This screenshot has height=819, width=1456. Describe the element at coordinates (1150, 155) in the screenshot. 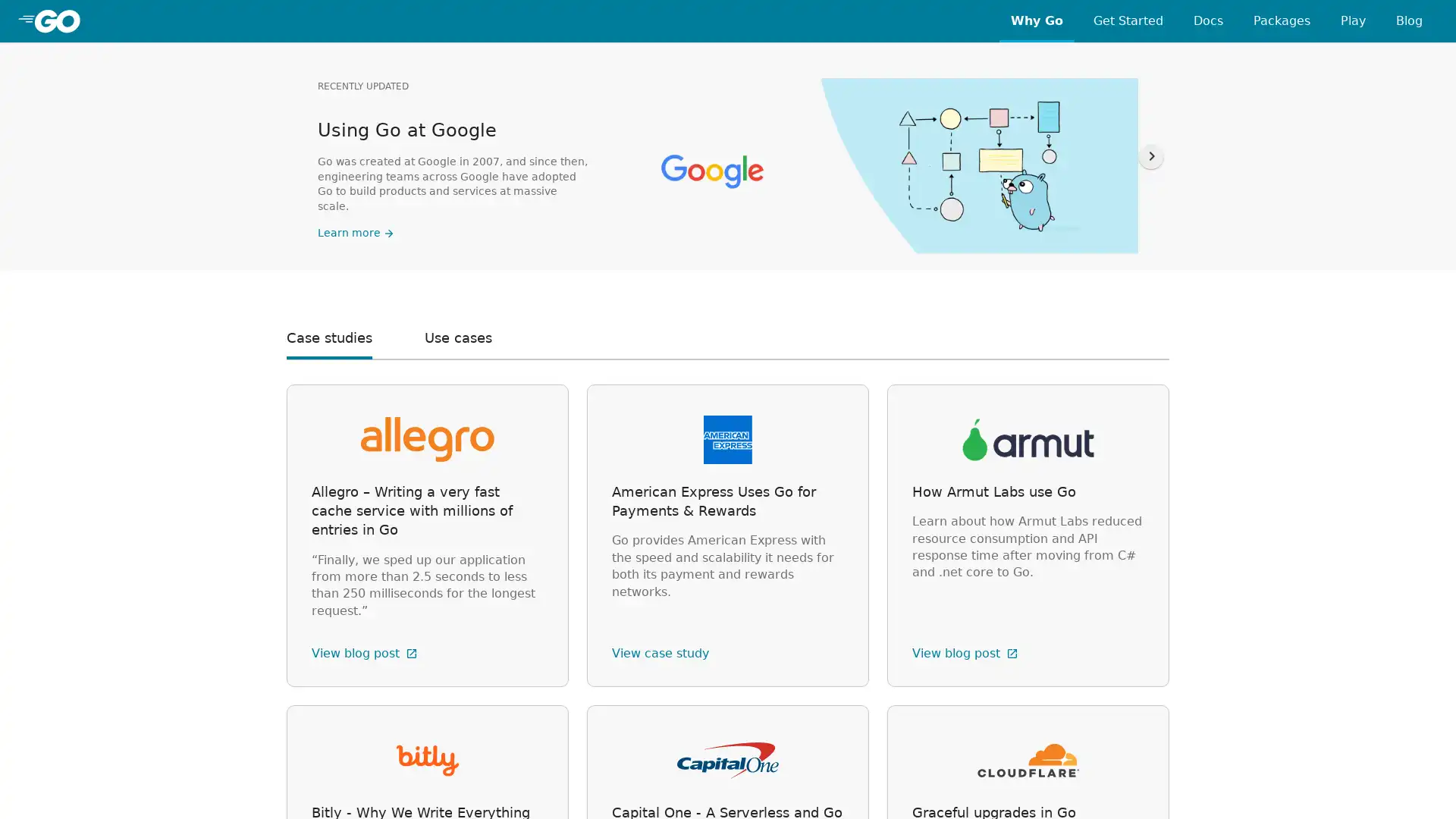

I see `navigate_next` at that location.